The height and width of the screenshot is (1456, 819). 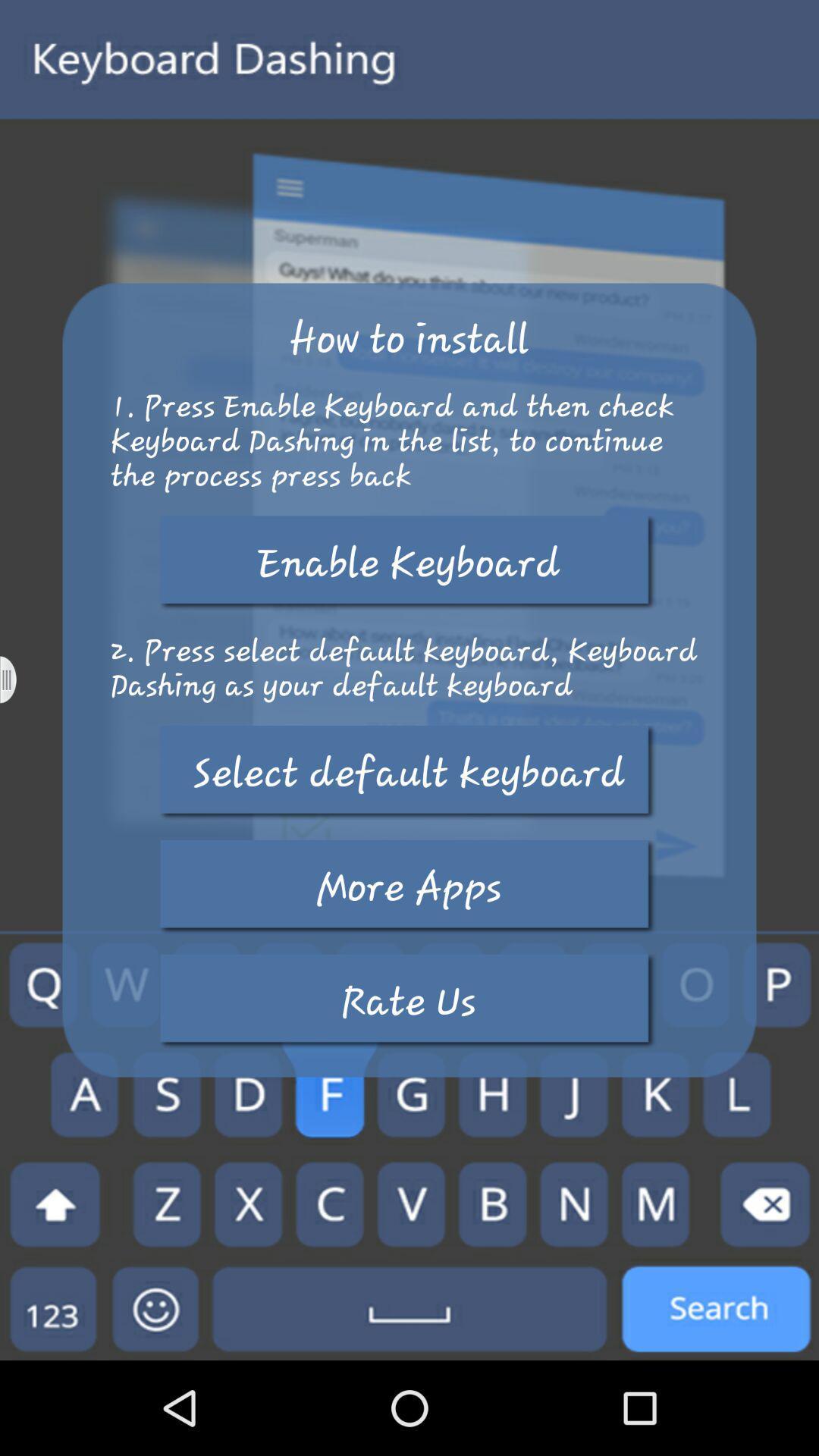 What do you see at coordinates (408, 887) in the screenshot?
I see `more apps button` at bounding box center [408, 887].